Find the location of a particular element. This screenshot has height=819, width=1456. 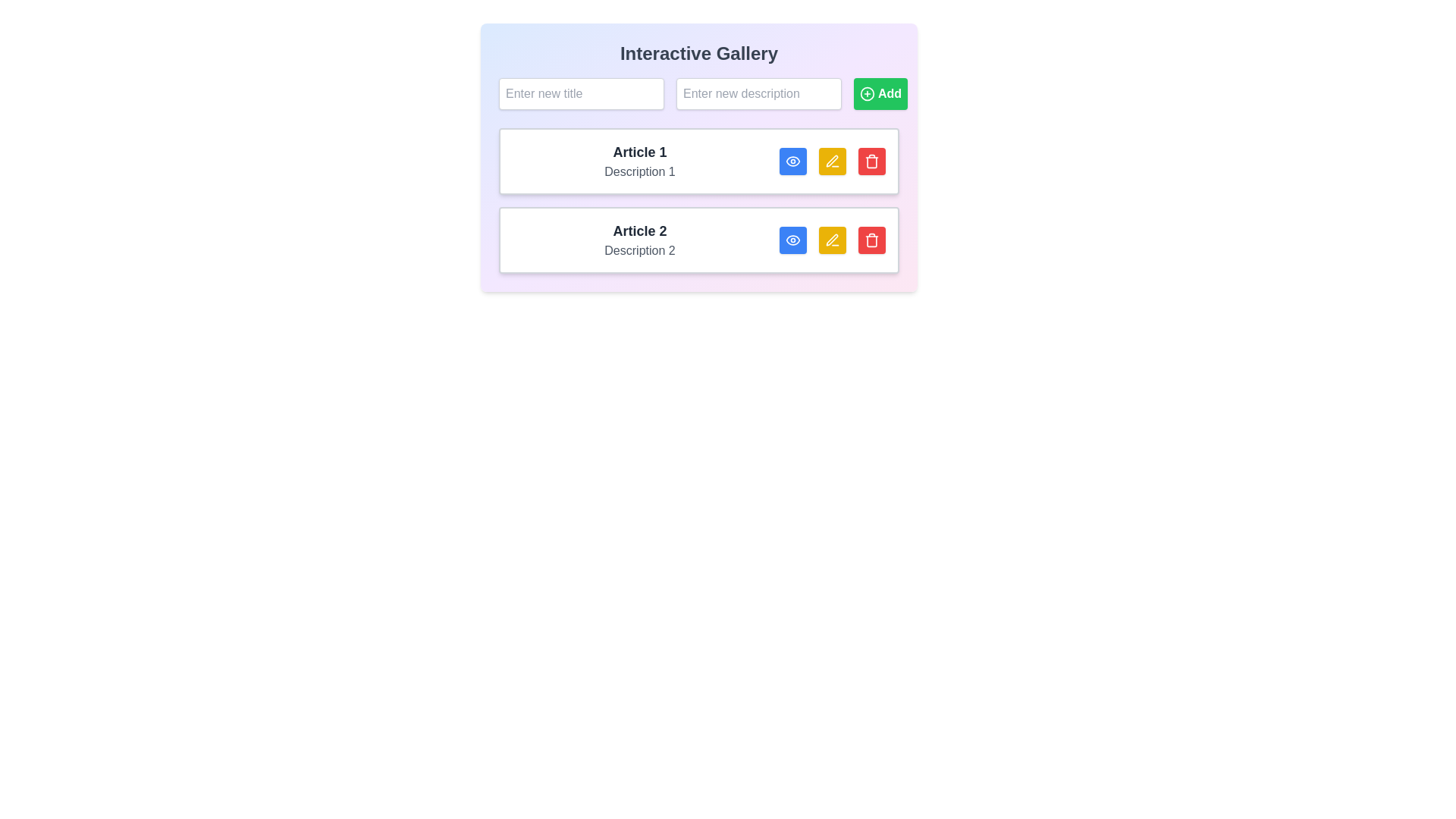

the delete button with an icon located in the upper-right section of the 'Article 1' card to initiate deletion is located at coordinates (872, 161).